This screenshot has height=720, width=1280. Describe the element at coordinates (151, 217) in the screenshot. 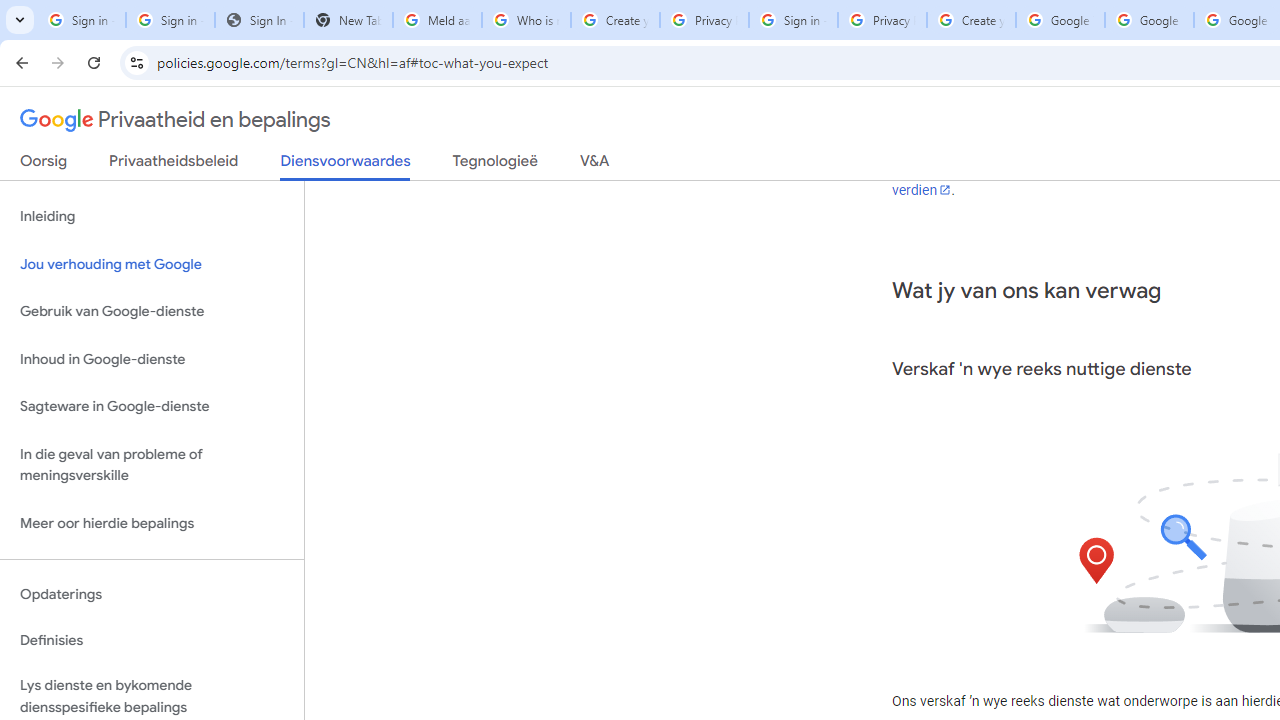

I see `'Inleiding'` at that location.